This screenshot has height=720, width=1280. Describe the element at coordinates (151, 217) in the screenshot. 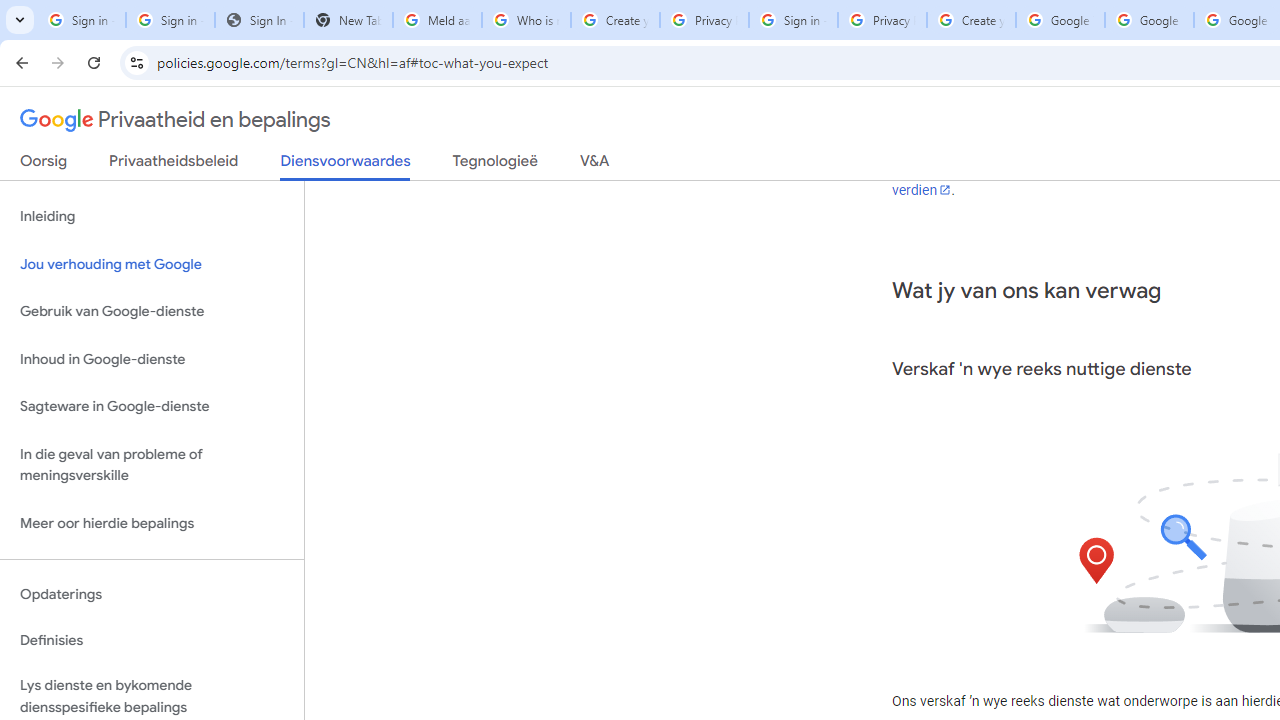

I see `'Inleiding'` at that location.